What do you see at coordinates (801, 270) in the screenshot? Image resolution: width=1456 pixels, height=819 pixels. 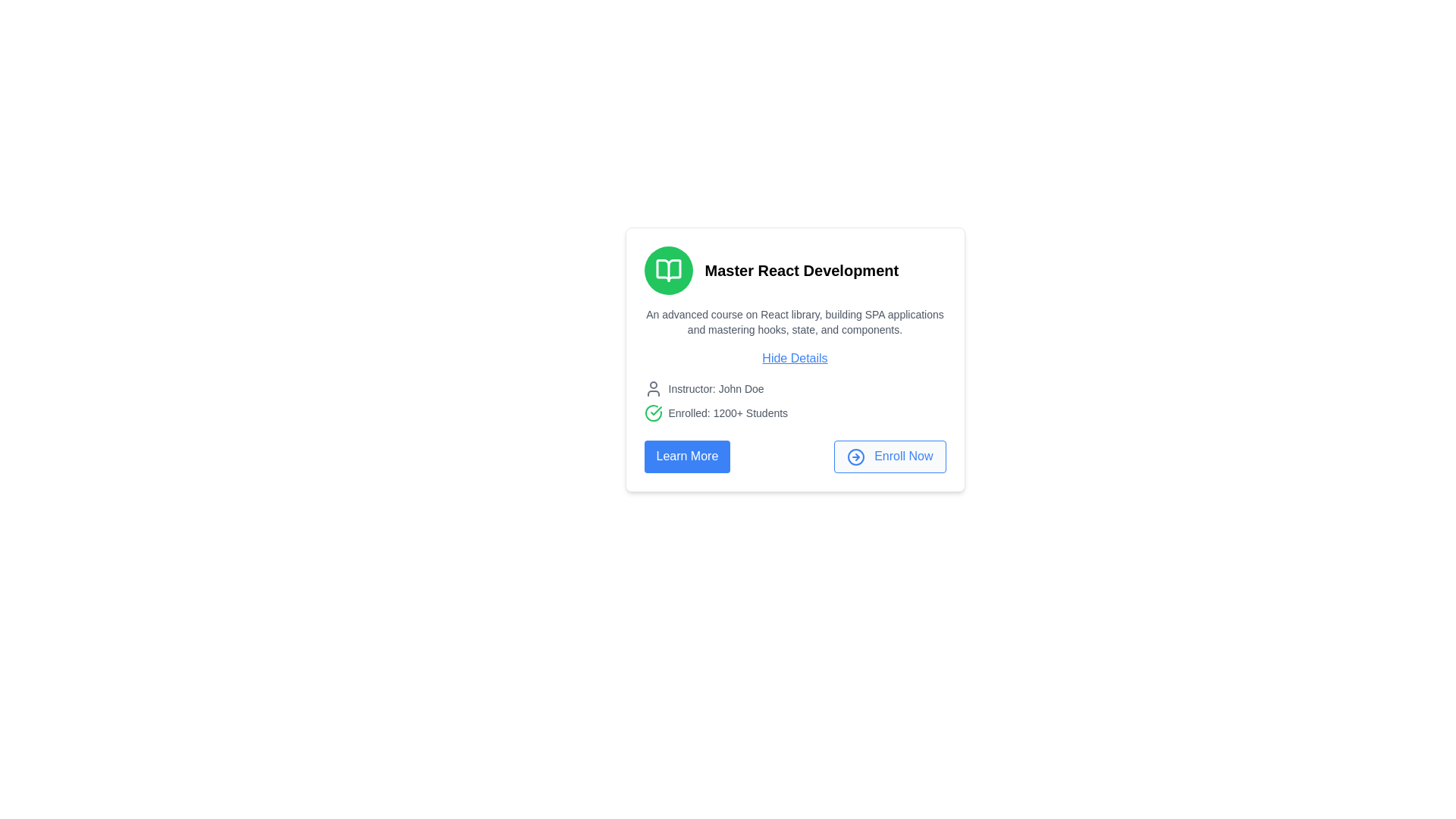 I see `text element 'Master React Development.' which is a bold title displayed in black, centered near the top of its content card` at bounding box center [801, 270].